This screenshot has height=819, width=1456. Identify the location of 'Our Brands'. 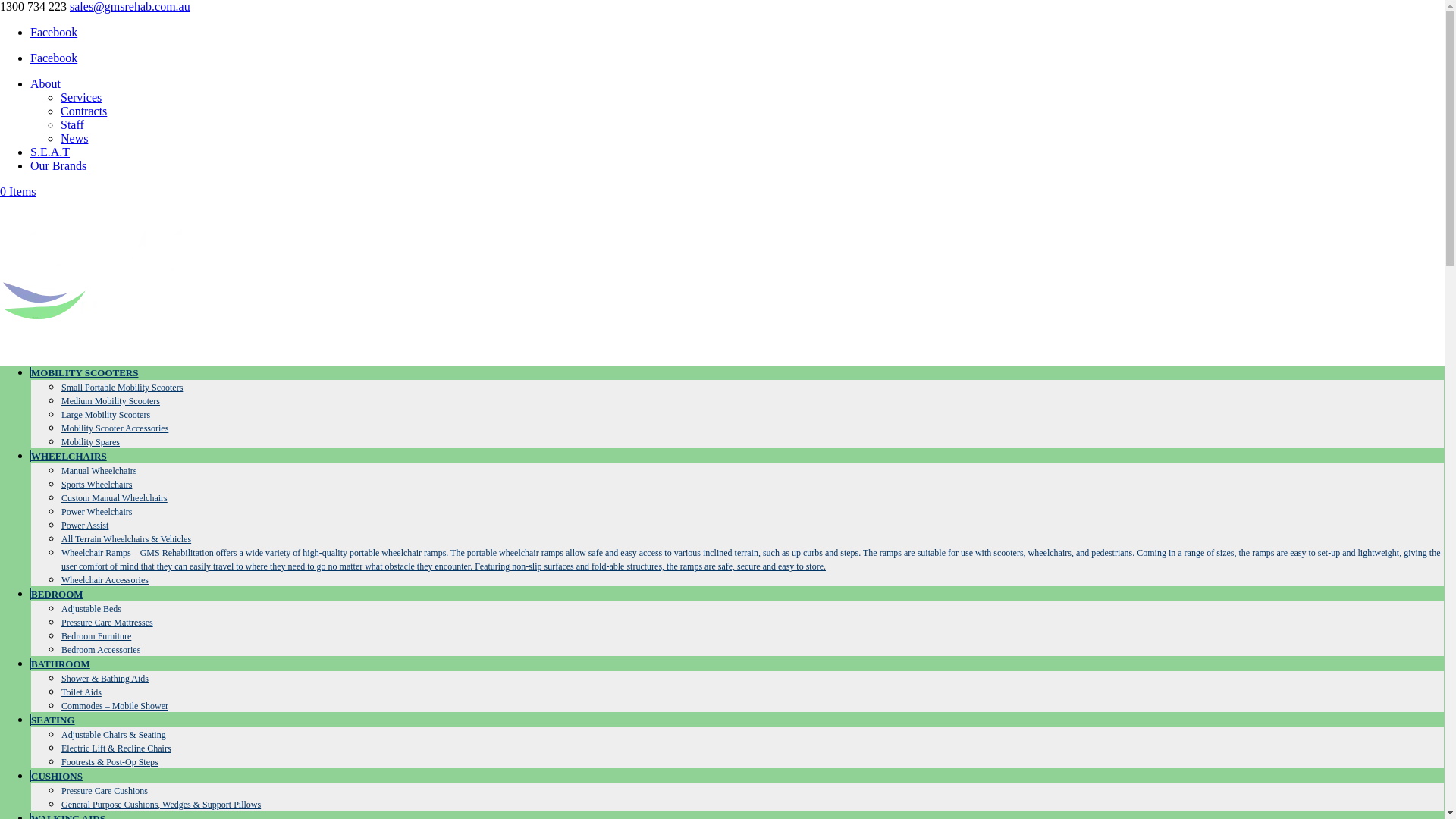
(58, 165).